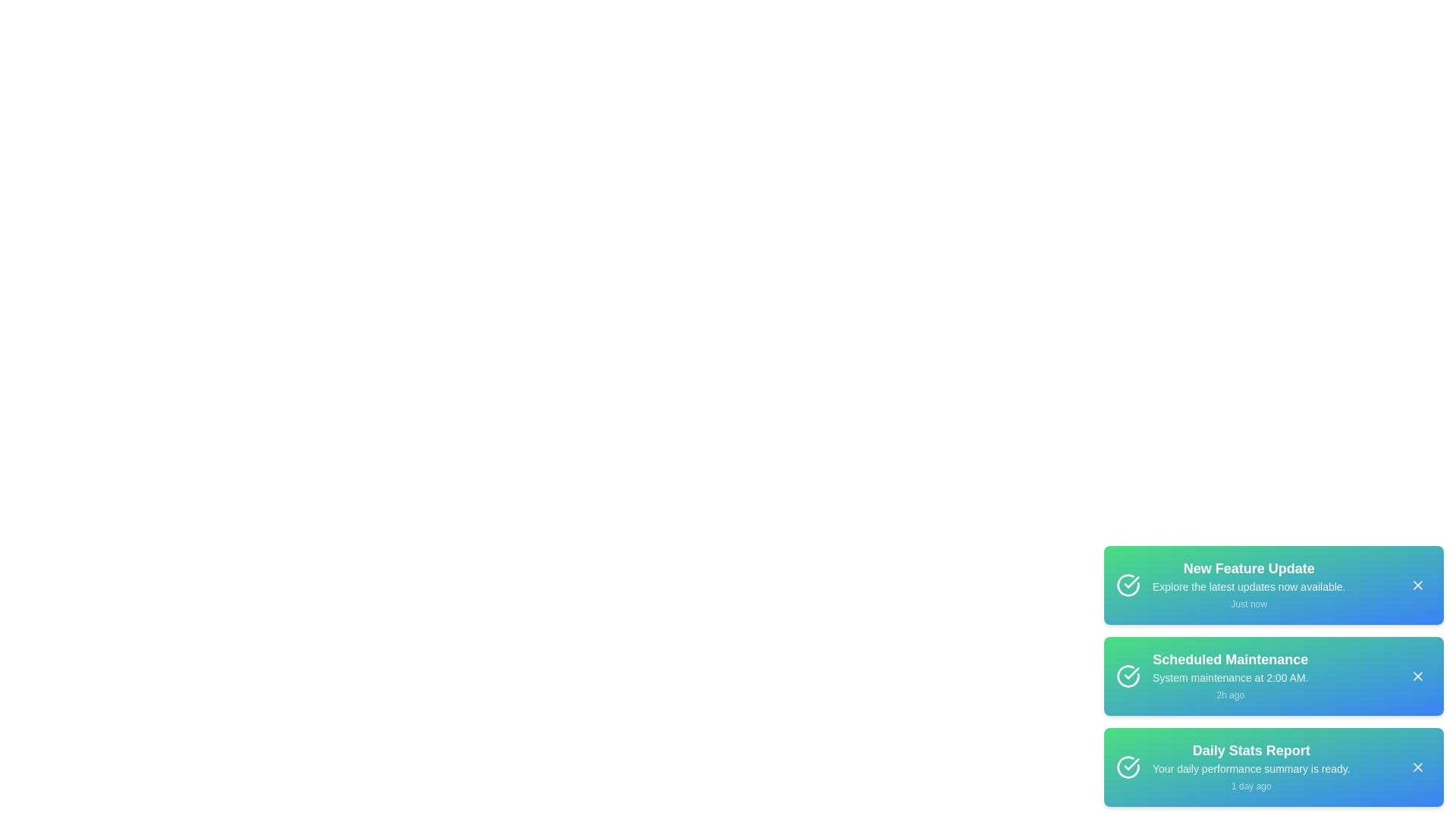 The width and height of the screenshot is (1456, 819). I want to click on the notification with title Daily Stats Report, so click(1274, 767).